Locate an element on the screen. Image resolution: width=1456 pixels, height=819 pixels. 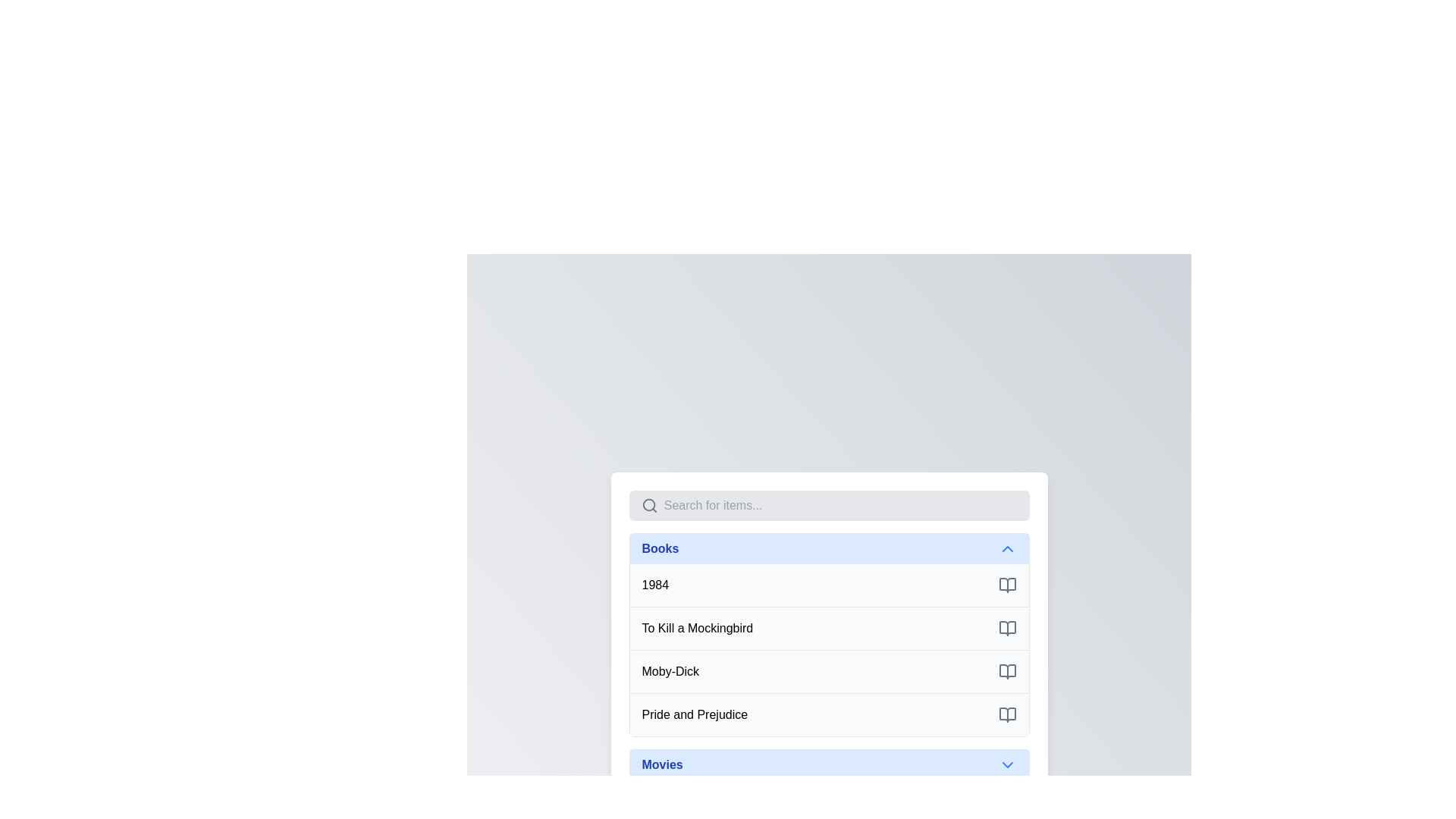
the text label element displaying 'Moby-Dick', which is positioned in a vertical list of book titles, third below 'To Kill a Mockingbird' is located at coordinates (670, 670).